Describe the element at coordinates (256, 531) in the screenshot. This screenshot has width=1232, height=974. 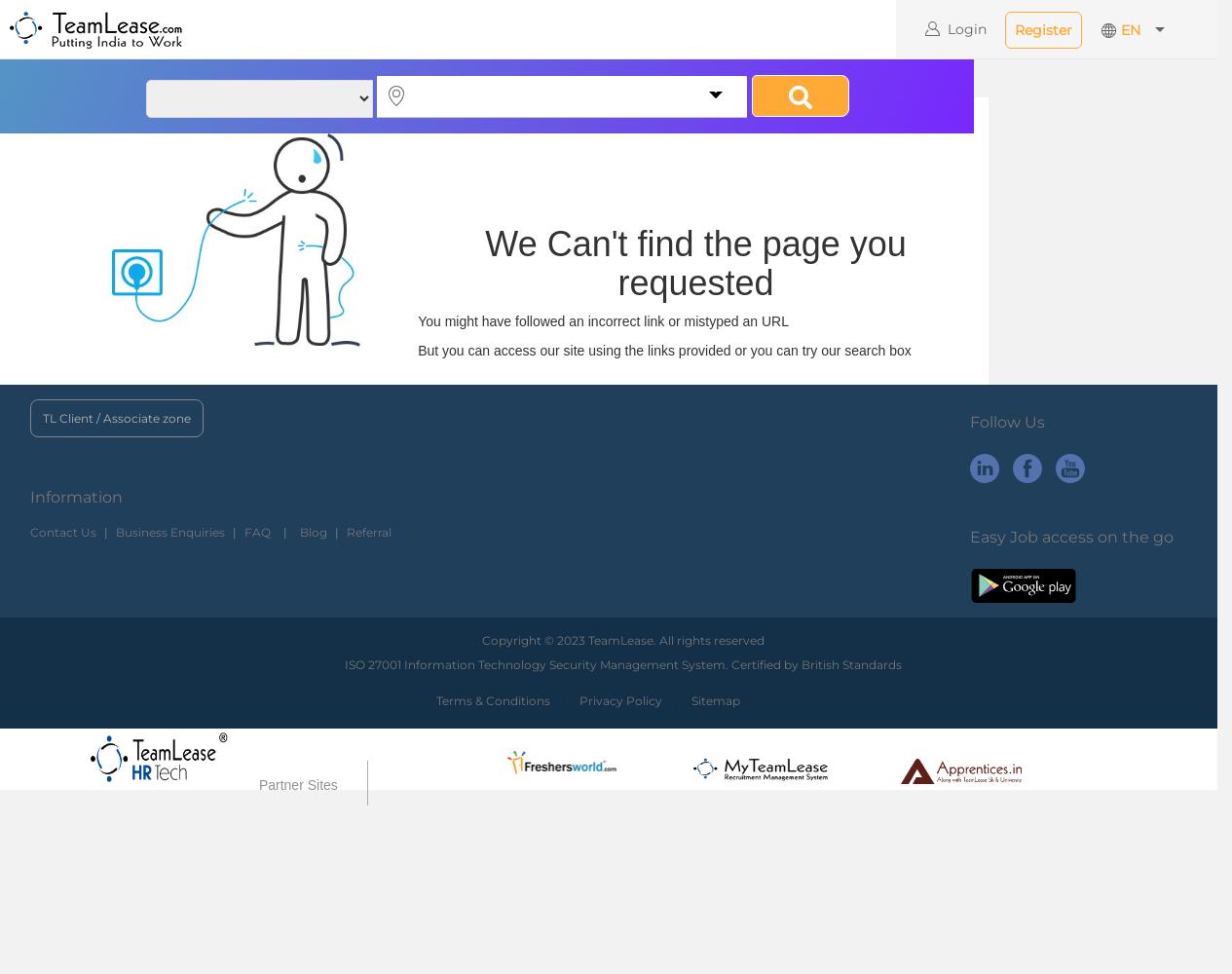
I see `'FAQ'` at that location.